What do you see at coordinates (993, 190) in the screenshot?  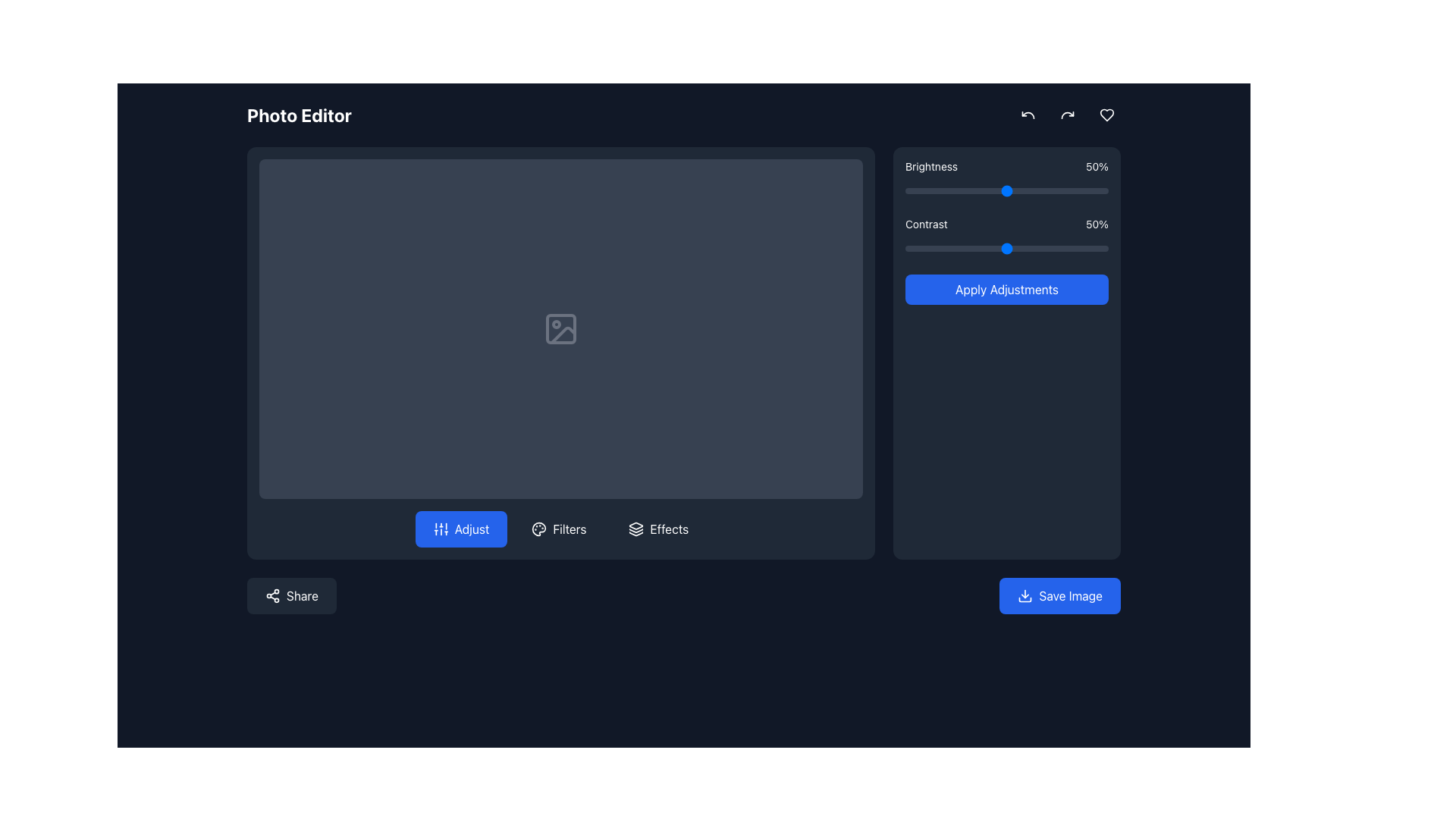 I see `brightness` at bounding box center [993, 190].